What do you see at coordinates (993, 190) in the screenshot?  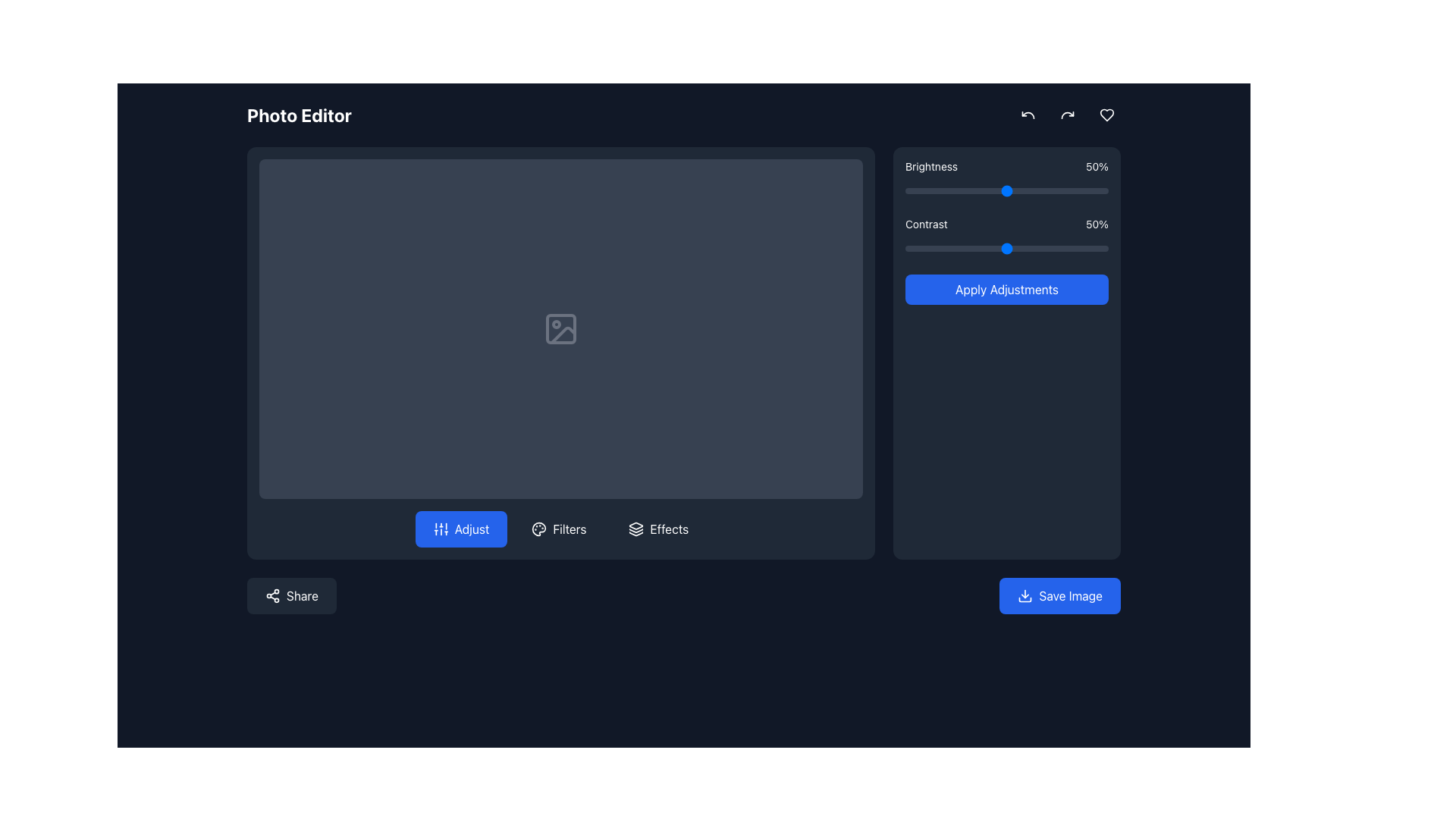 I see `brightness` at bounding box center [993, 190].